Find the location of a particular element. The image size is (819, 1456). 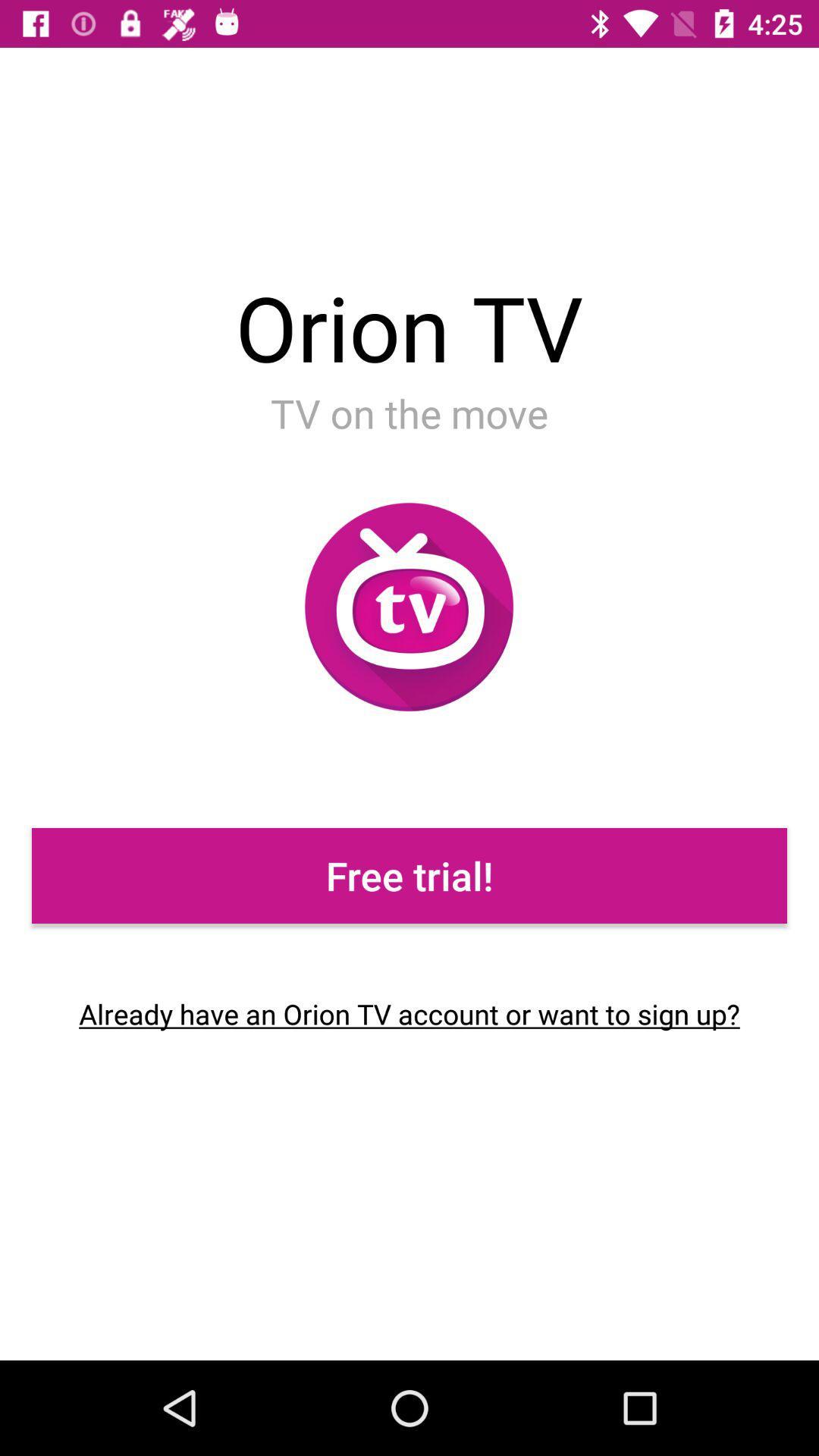

the free trial! icon is located at coordinates (409, 876).